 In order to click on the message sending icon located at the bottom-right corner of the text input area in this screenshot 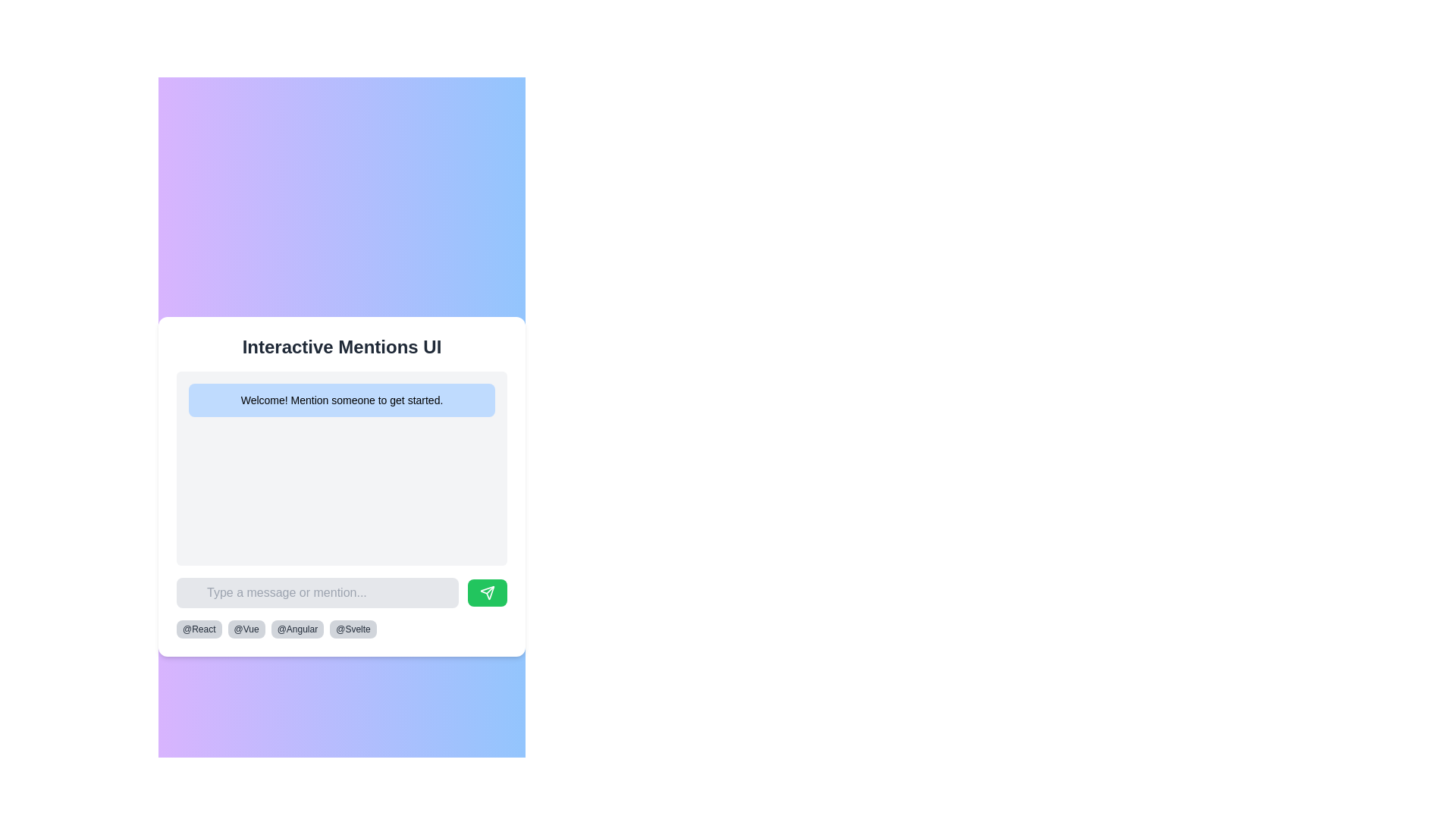, I will do `click(488, 592)`.